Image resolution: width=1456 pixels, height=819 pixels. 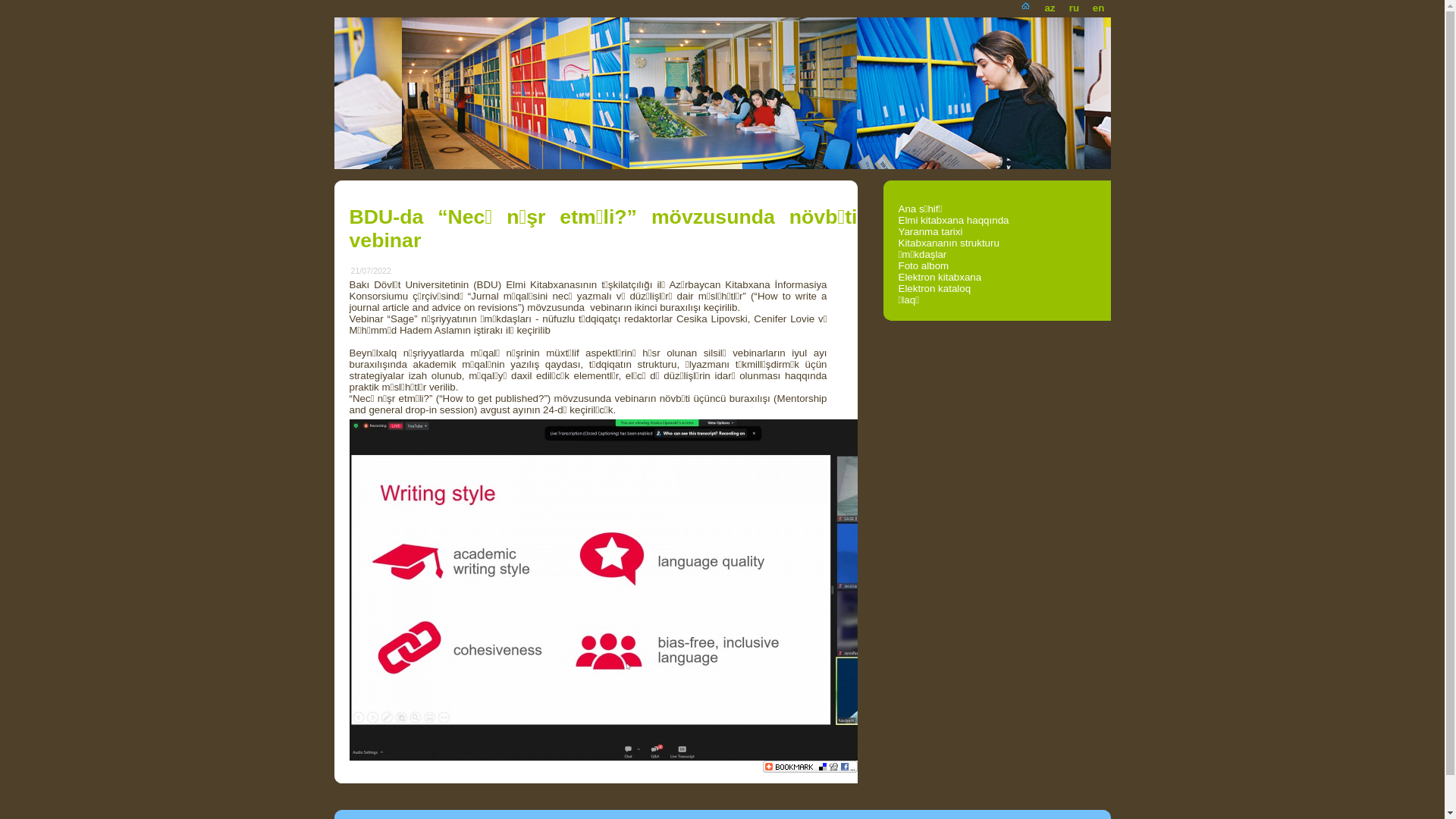 What do you see at coordinates (938, 277) in the screenshot?
I see `'Elektron kitabxana'` at bounding box center [938, 277].